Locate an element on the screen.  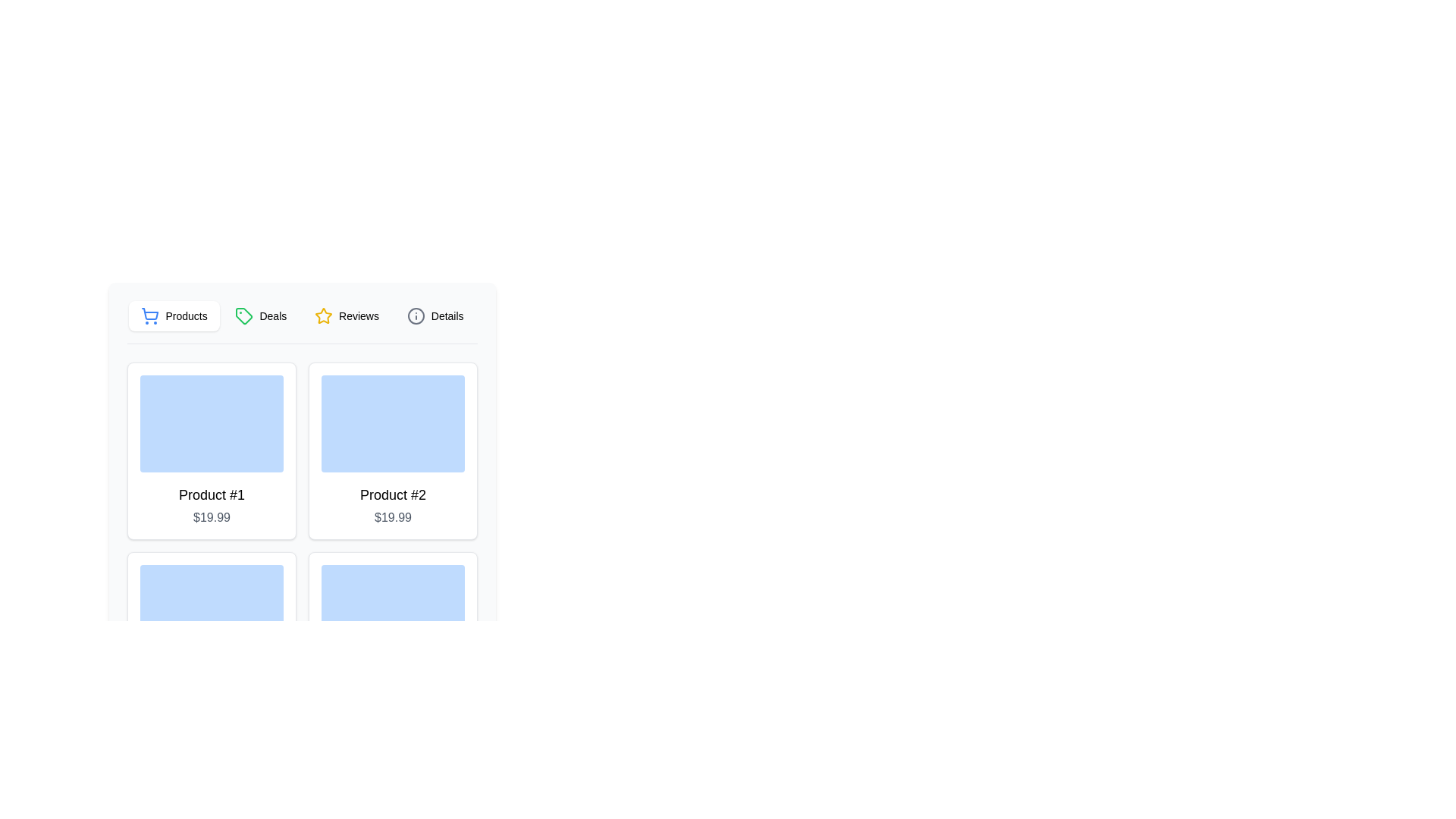
the 'Reviews' label, which is part of the horizontal navigation menu and styled with a medium font size, located third from the left is located at coordinates (358, 315).